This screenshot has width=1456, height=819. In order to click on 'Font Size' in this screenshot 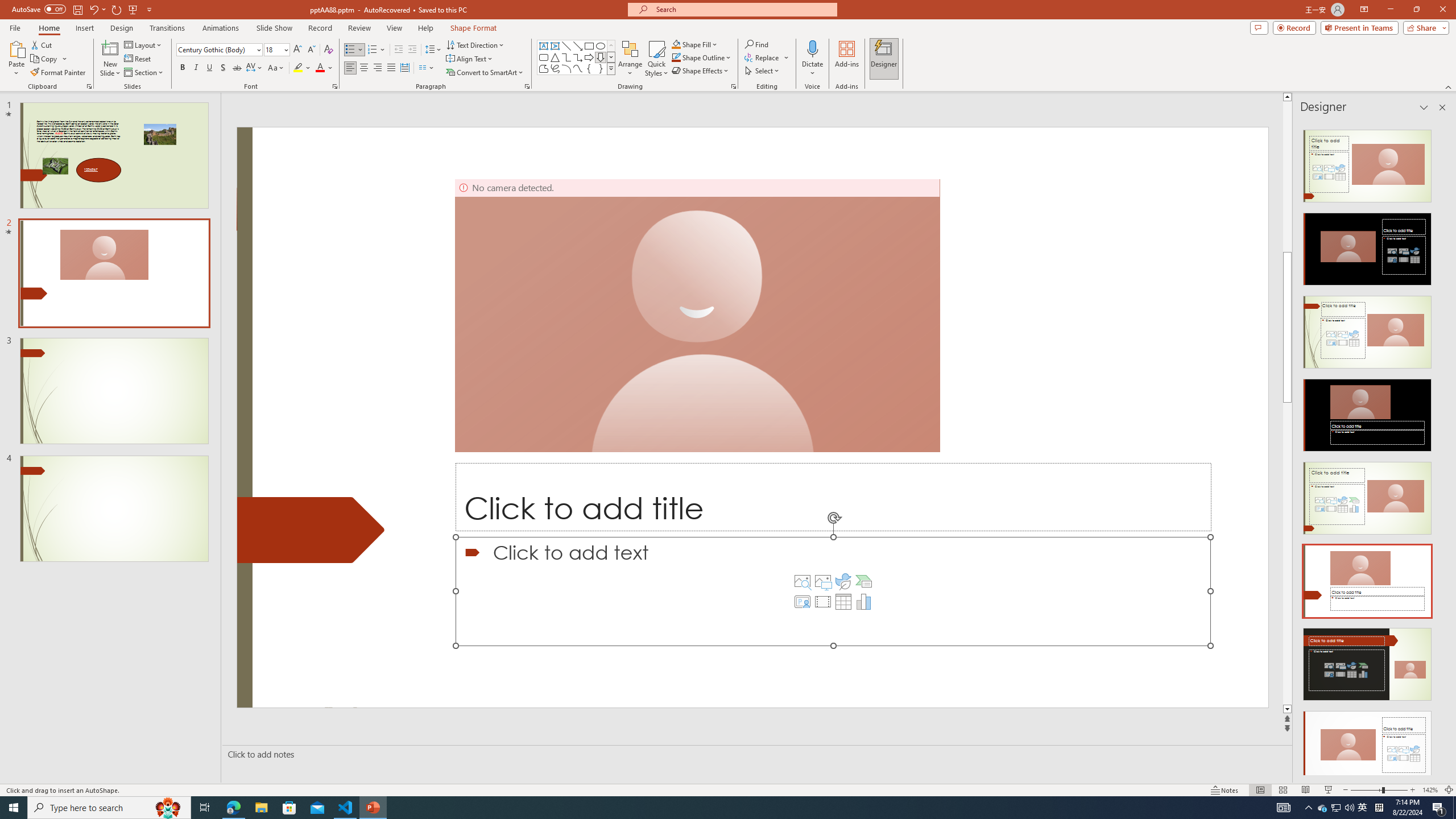, I will do `click(276, 49)`.